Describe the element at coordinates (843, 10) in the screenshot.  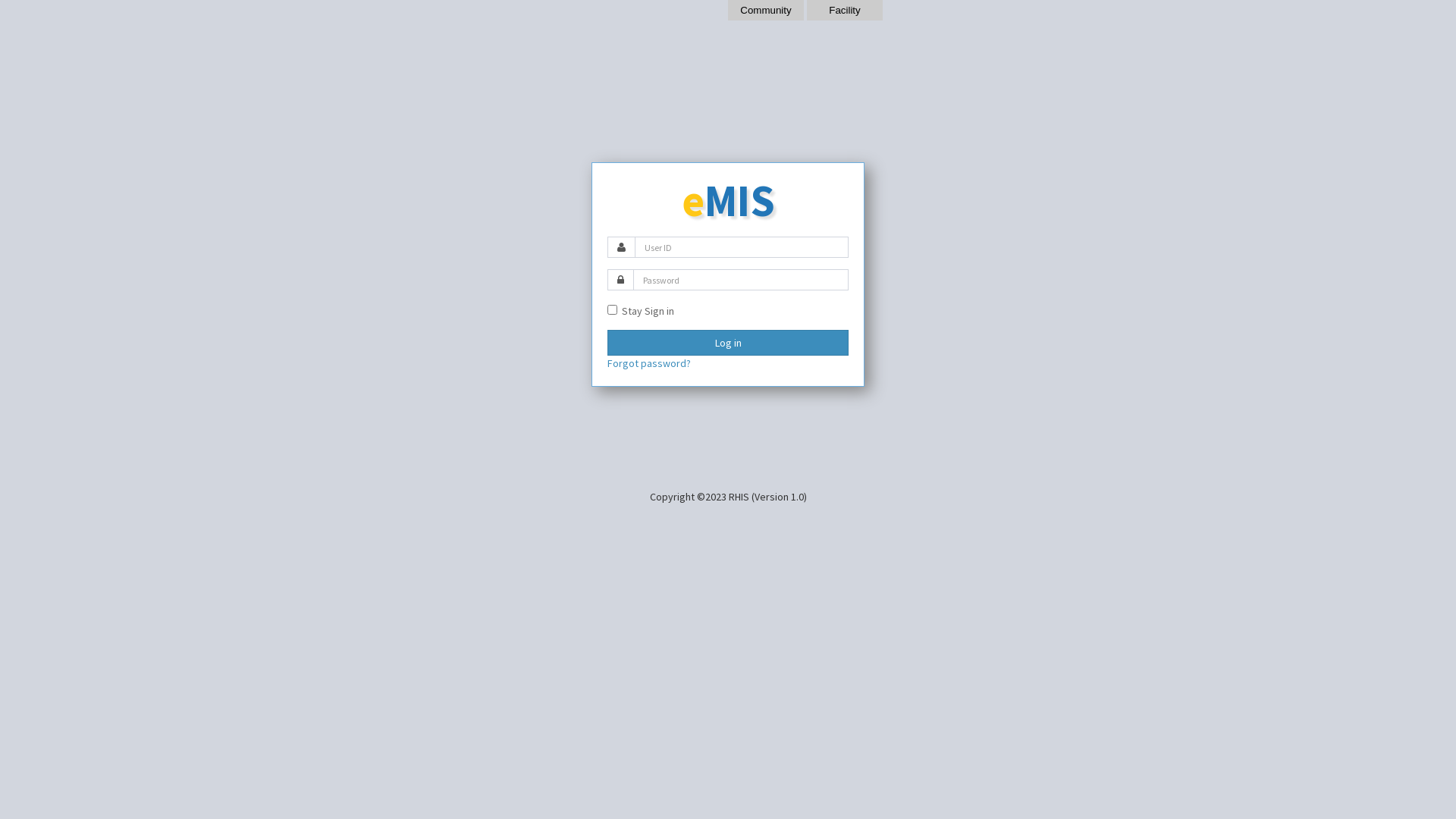
I see `'Facility'` at that location.